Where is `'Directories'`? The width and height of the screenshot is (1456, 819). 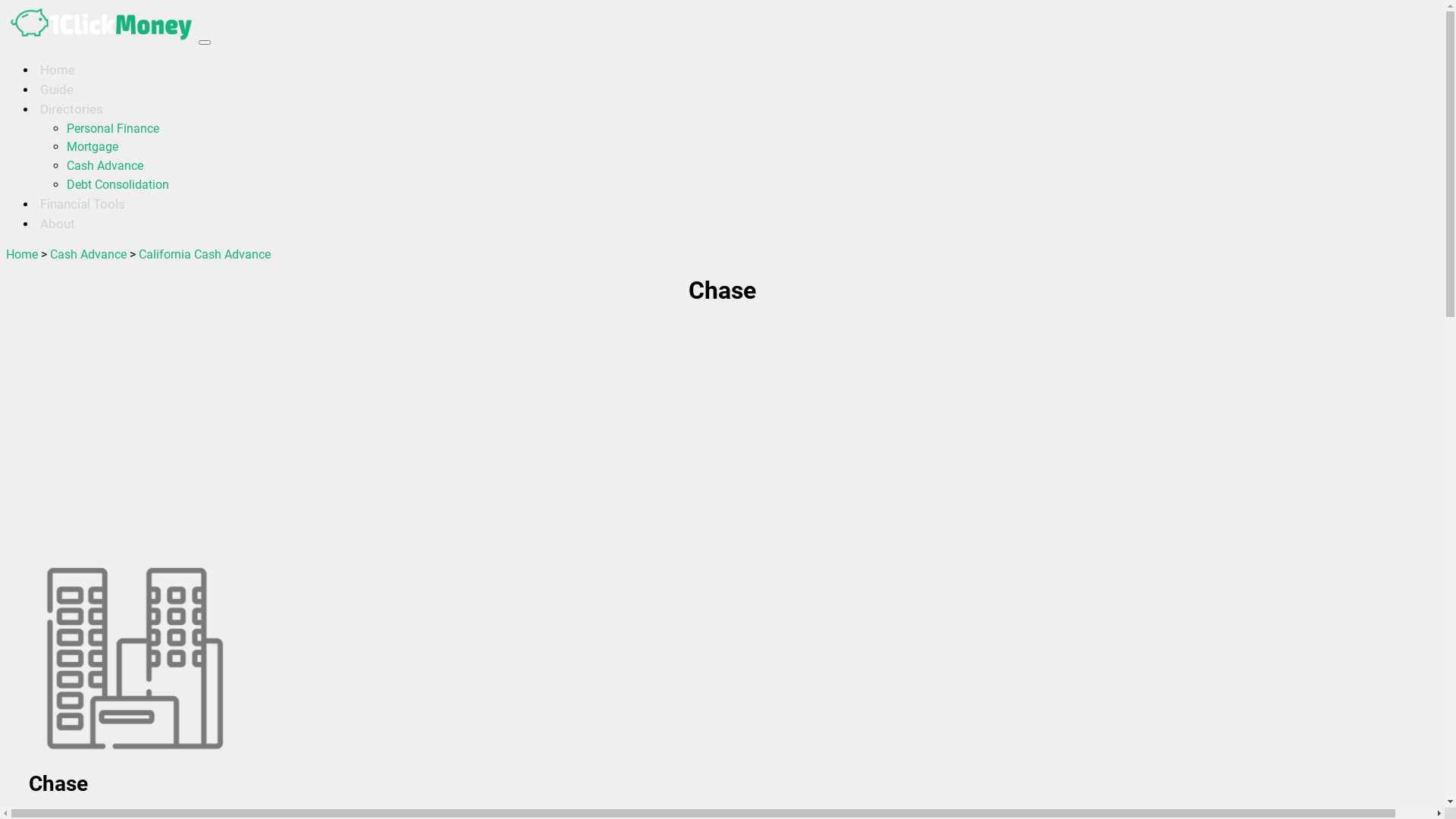 'Directories' is located at coordinates (71, 108).